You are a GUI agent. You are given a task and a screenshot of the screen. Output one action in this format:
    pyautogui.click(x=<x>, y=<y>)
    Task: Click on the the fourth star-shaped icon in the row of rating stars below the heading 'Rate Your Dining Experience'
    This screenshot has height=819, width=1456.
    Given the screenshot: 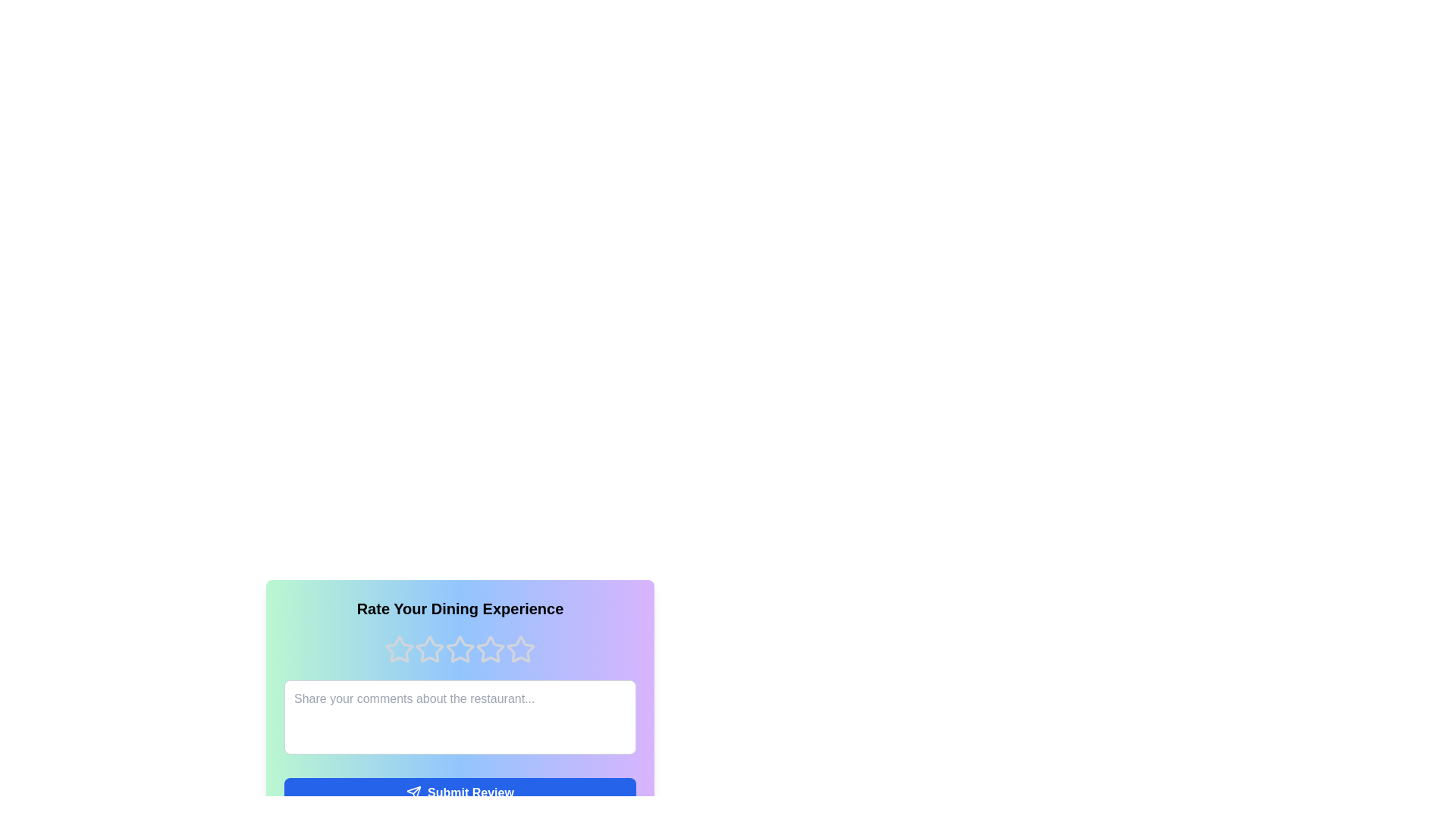 What is the action you would take?
    pyautogui.click(x=491, y=648)
    